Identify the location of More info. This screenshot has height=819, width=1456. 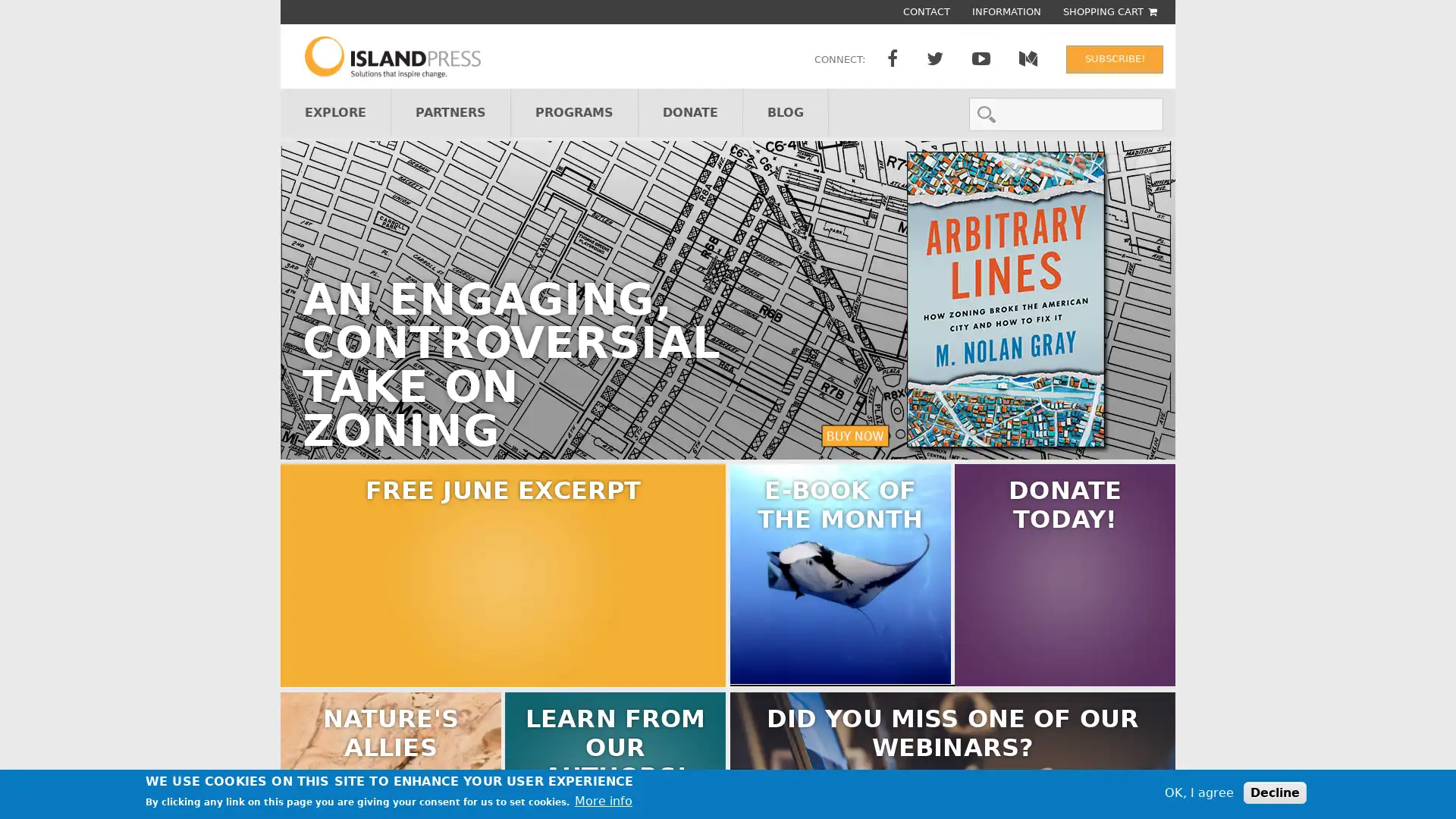
(603, 800).